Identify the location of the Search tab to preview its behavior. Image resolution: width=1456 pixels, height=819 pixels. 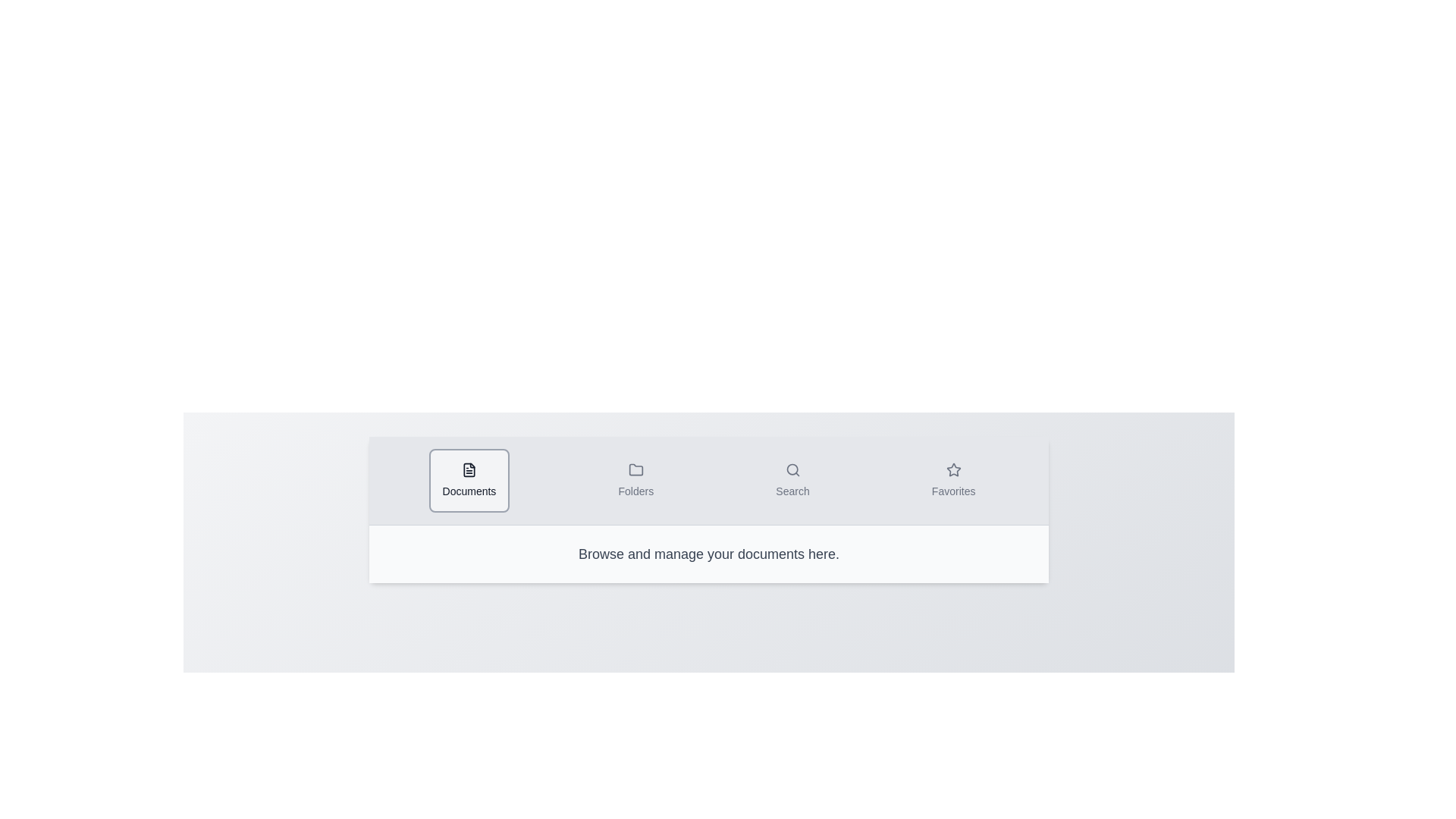
(792, 480).